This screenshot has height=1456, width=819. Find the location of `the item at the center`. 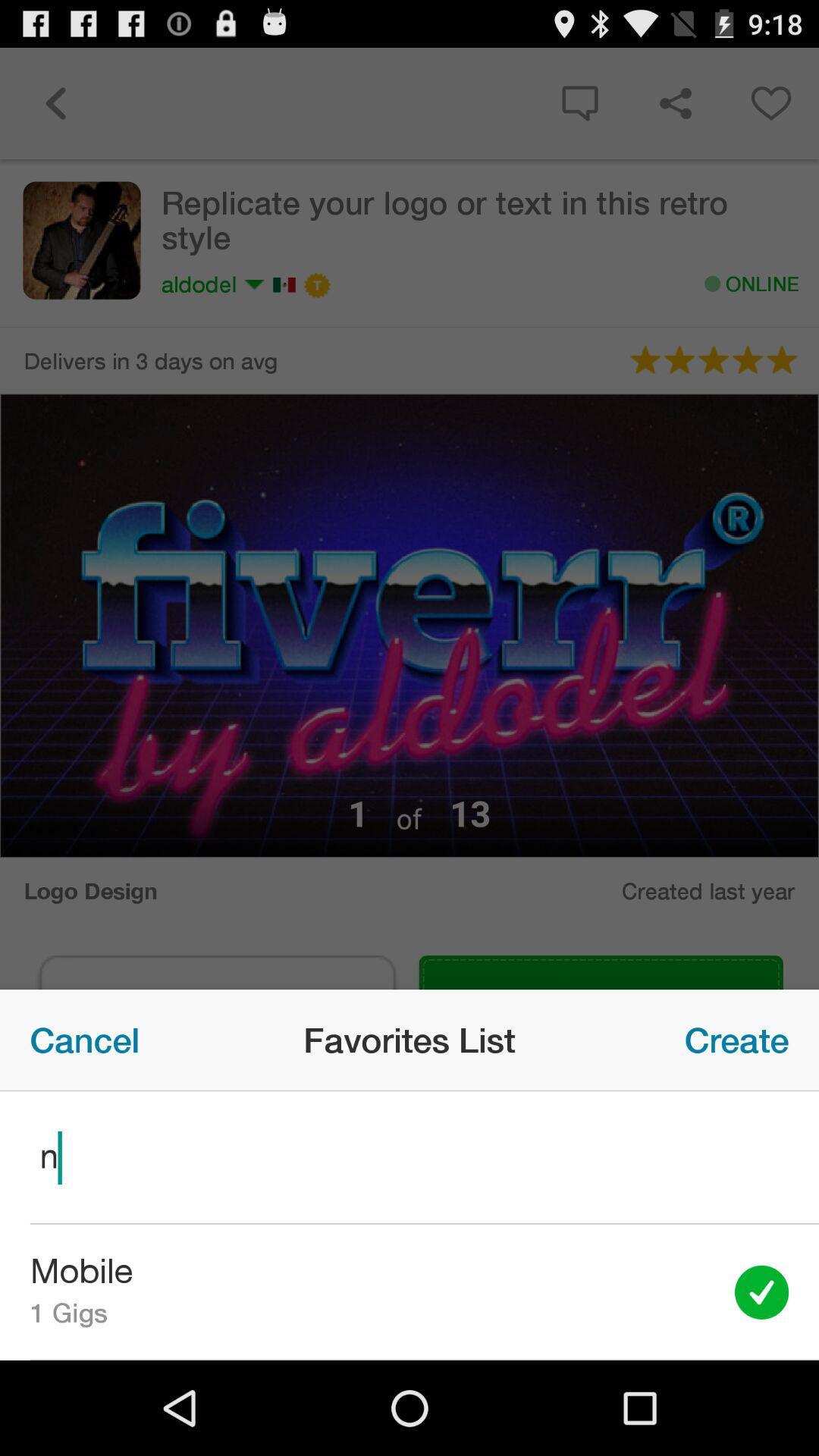

the item at the center is located at coordinates (409, 703).